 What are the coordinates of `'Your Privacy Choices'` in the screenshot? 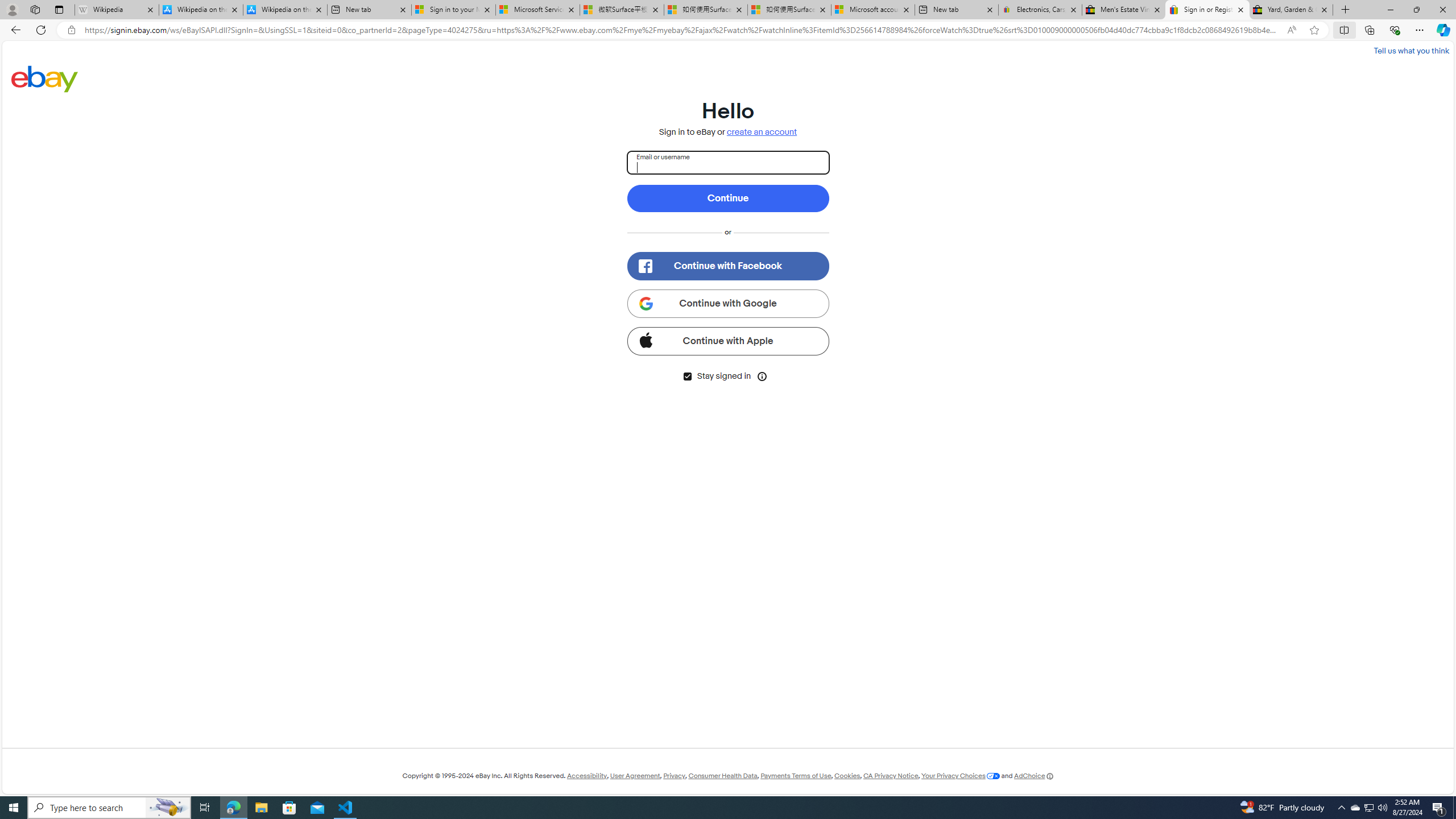 It's located at (960, 775).